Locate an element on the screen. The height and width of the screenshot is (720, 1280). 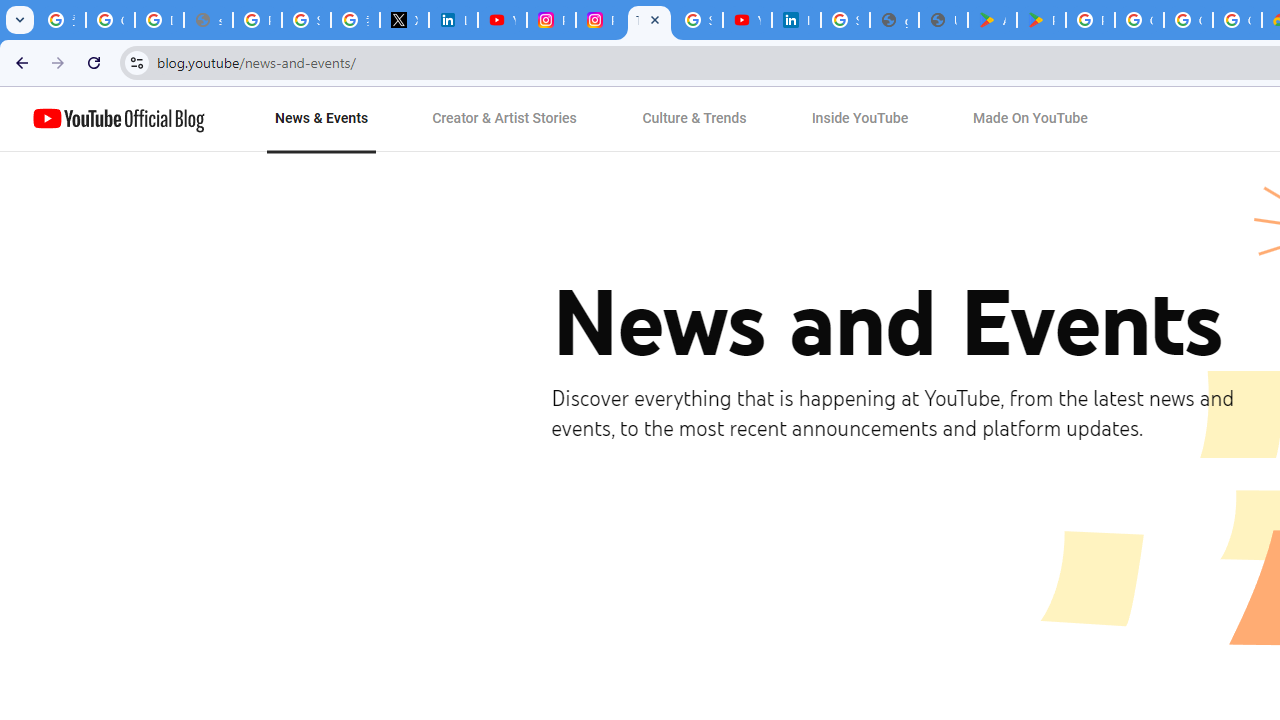
'Culture & Trends' is located at coordinates (695, 119).